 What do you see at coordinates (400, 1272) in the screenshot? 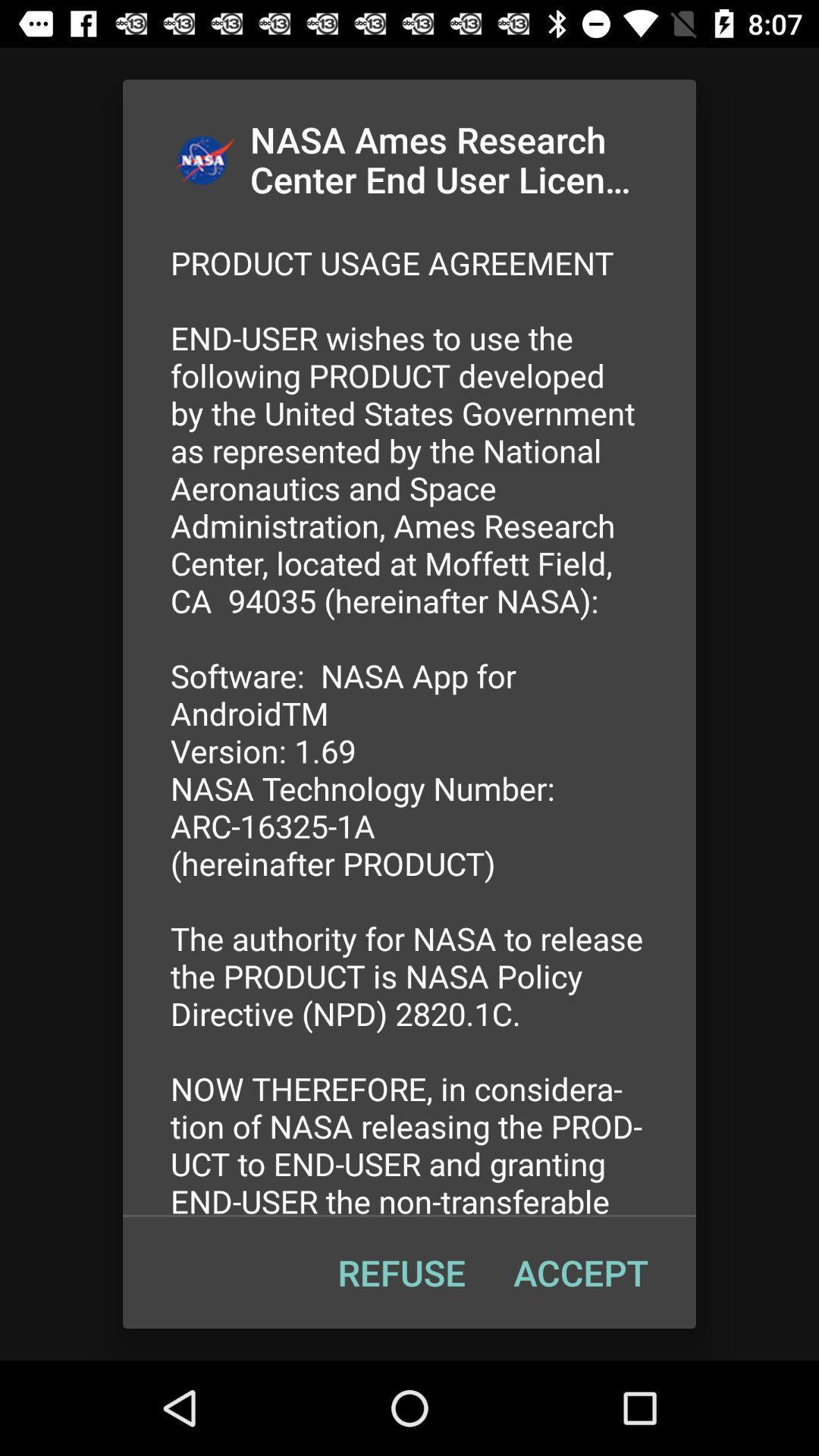
I see `item below the product usage agreement` at bounding box center [400, 1272].